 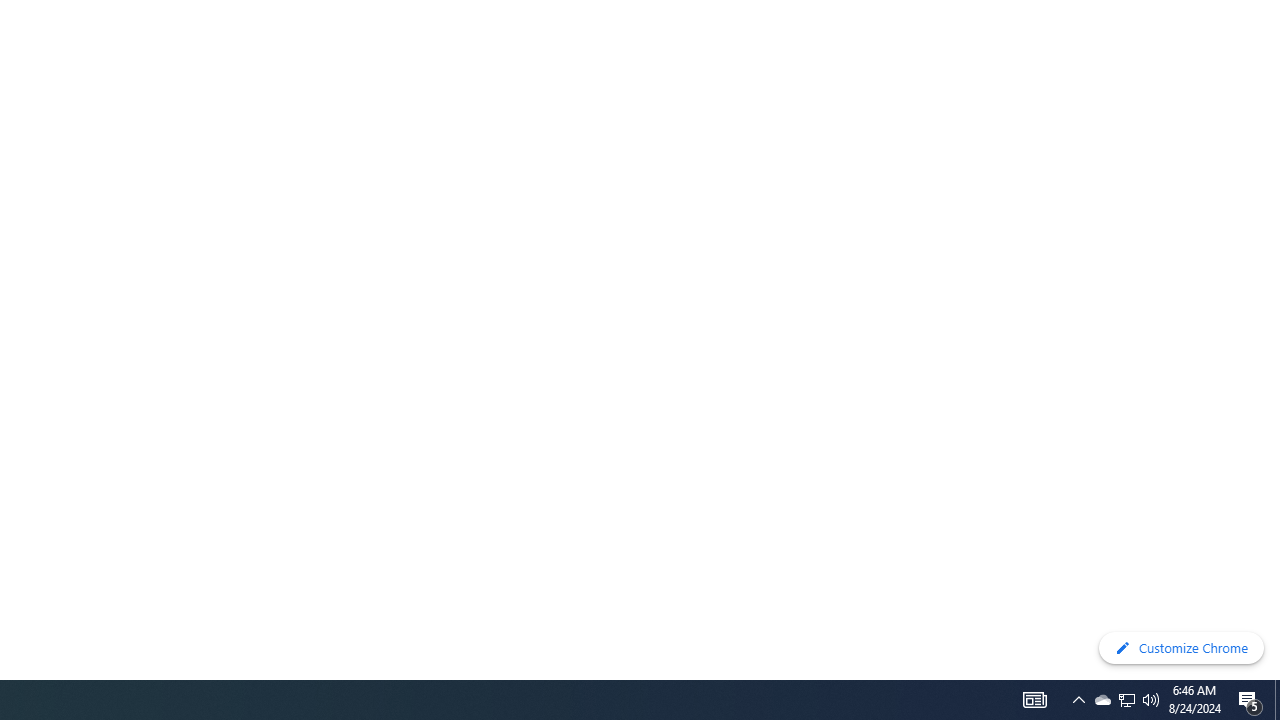 What do you see at coordinates (1181, 648) in the screenshot?
I see `'Customize Chrome'` at bounding box center [1181, 648].